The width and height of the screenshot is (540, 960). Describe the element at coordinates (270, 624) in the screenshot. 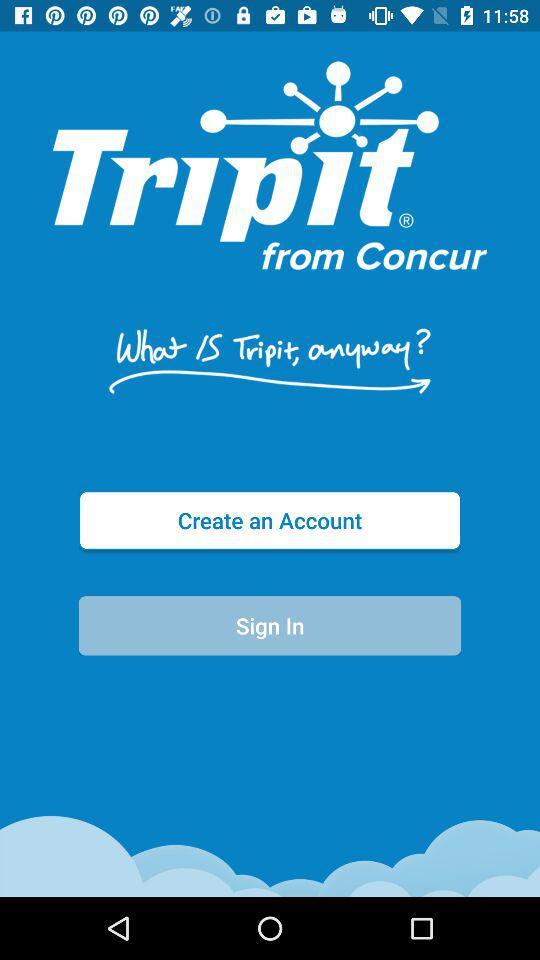

I see `item below the create an account item` at that location.